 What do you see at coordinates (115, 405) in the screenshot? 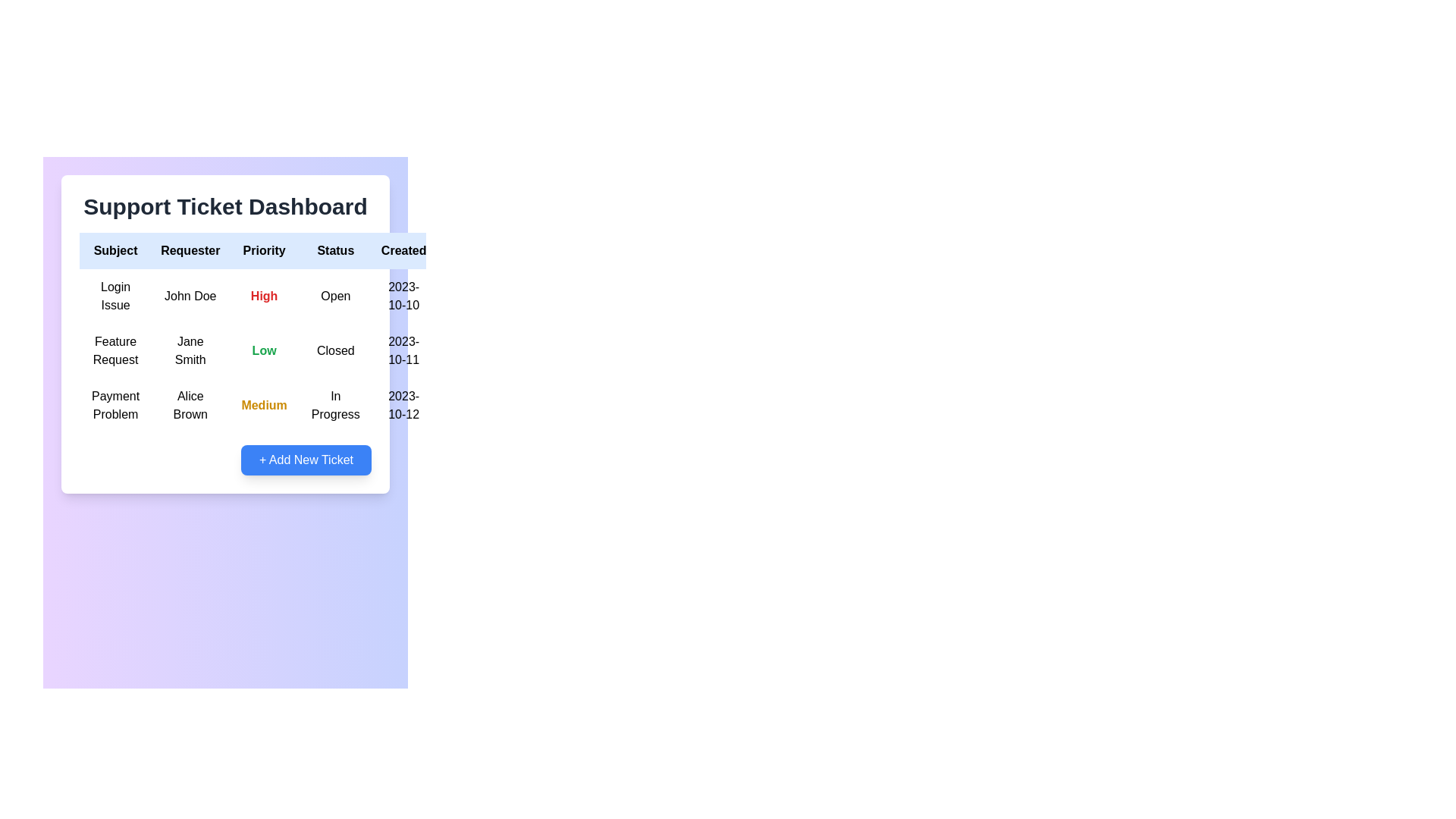
I see `the 'Payment Problem' text label located in the 'Subject' column of the support ticket table, specifically in the third row` at bounding box center [115, 405].